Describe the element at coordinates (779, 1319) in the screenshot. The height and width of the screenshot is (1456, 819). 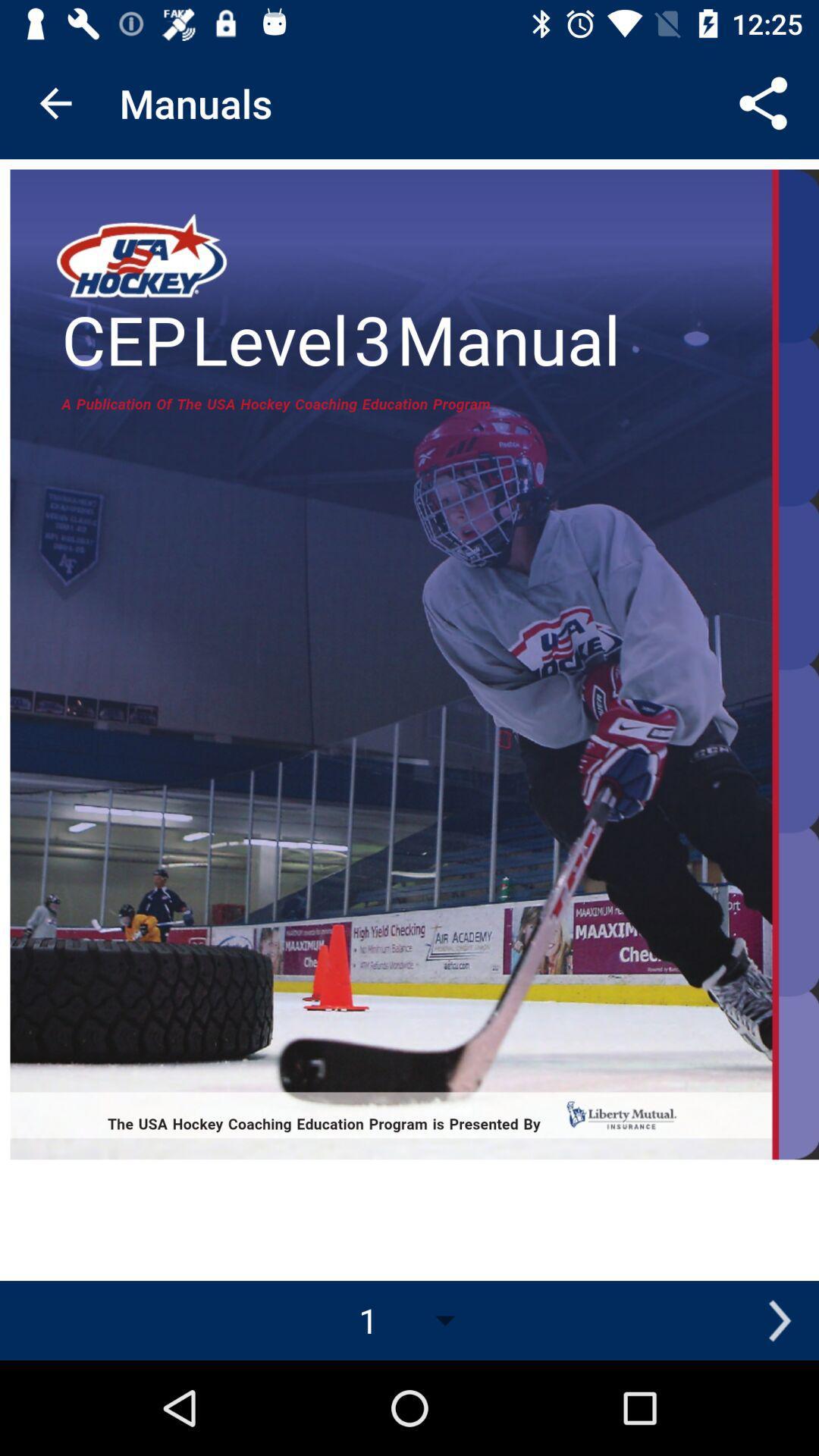
I see `next page` at that location.